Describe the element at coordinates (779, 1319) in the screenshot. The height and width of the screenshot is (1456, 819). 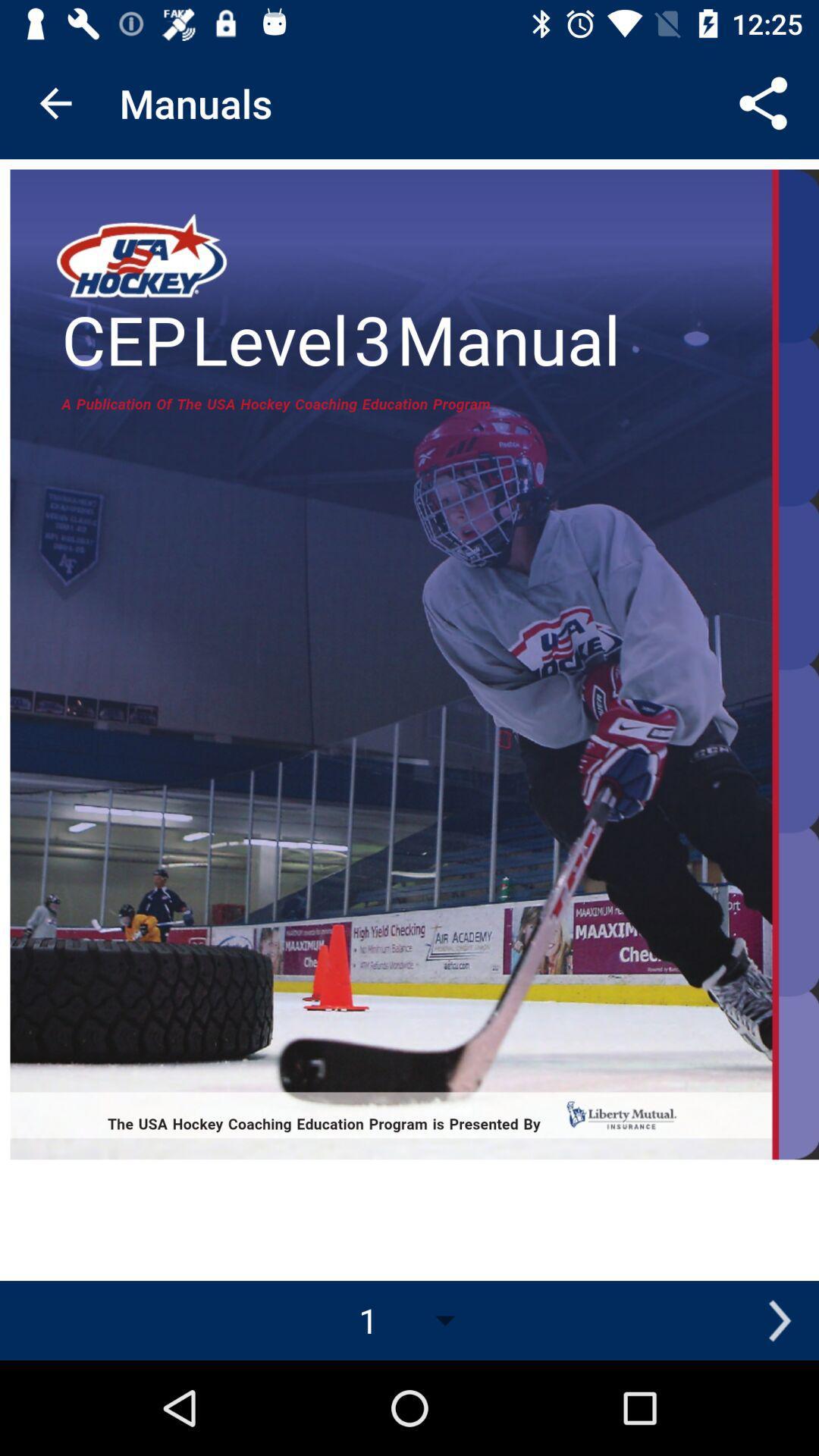
I see `next page` at that location.